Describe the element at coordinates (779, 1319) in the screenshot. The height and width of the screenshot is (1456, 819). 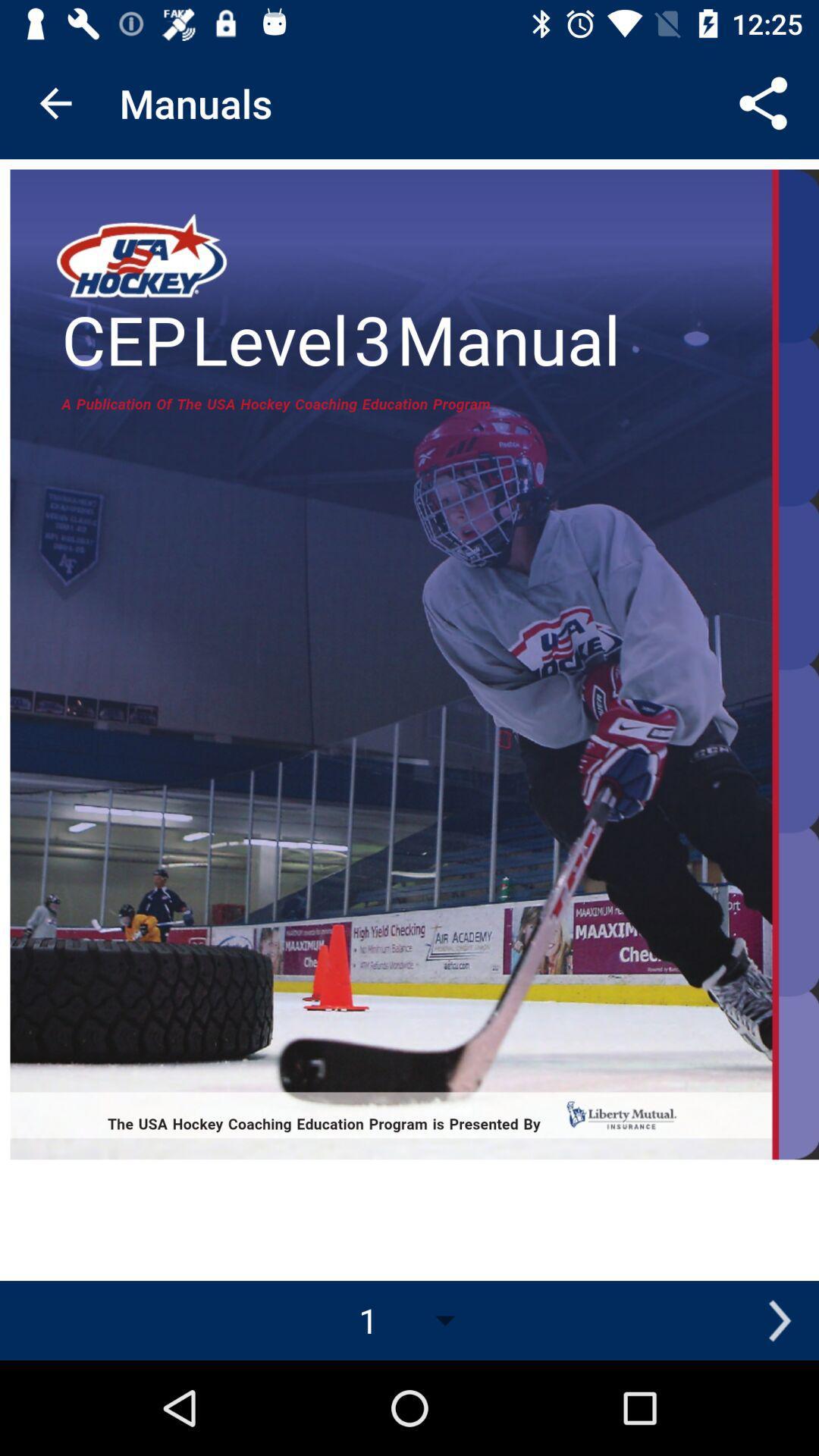
I see `next page` at that location.